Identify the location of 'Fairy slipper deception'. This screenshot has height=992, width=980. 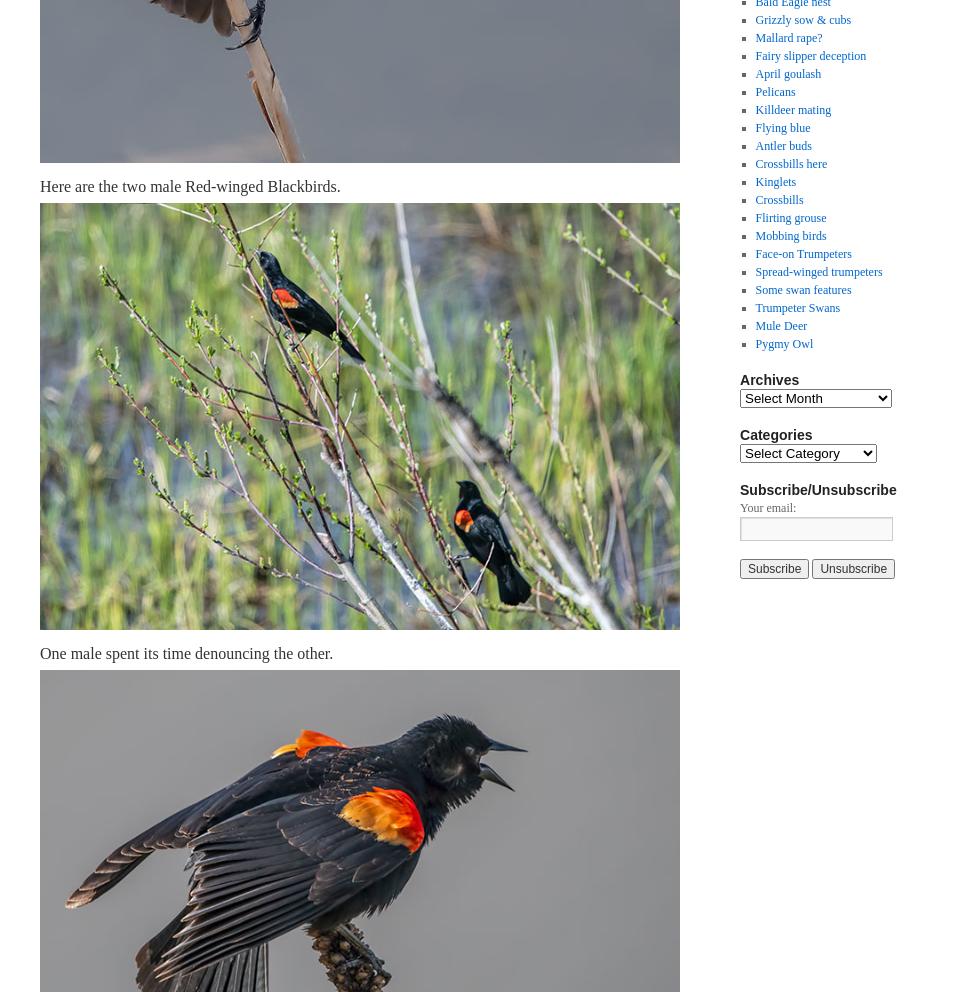
(810, 56).